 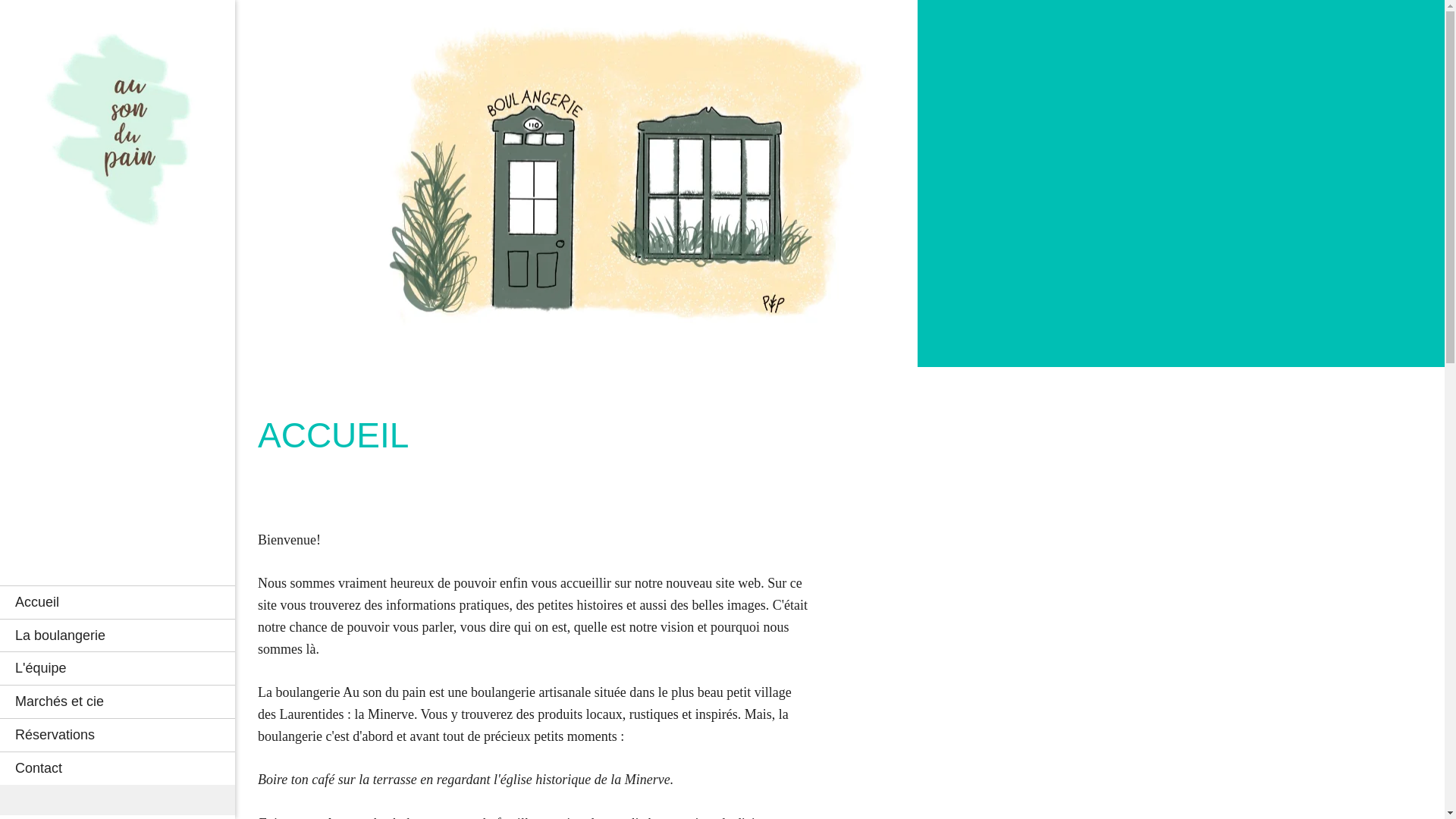 What do you see at coordinates (116, 601) in the screenshot?
I see `'Accueil'` at bounding box center [116, 601].